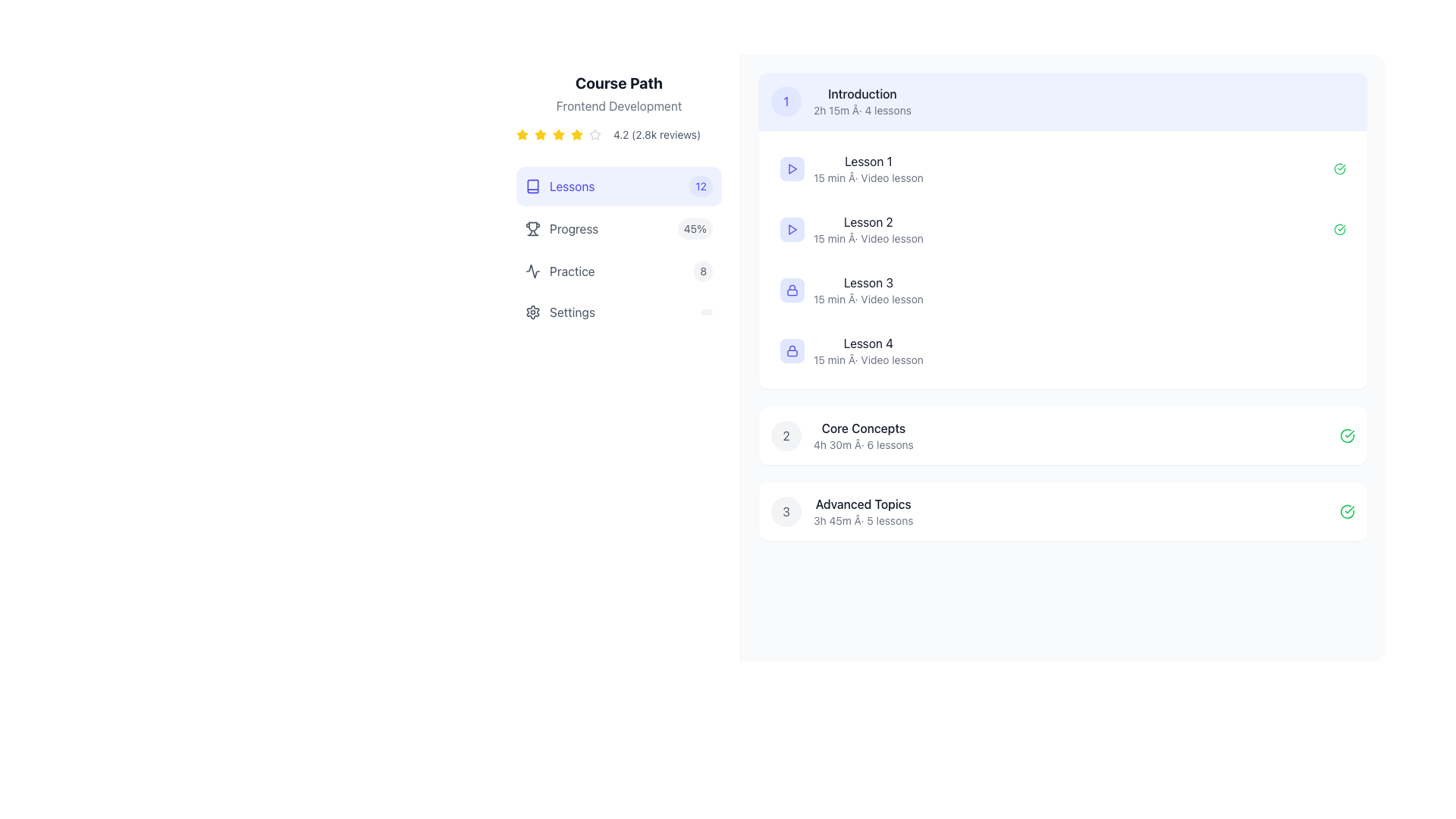 The height and width of the screenshot is (819, 1456). What do you see at coordinates (576, 133) in the screenshot?
I see `the fifth filled star icon in the rating system, which indicates a rating level of 4.2, as part of the visual layout above the text '4.2 (2.8k reviews)'` at bounding box center [576, 133].